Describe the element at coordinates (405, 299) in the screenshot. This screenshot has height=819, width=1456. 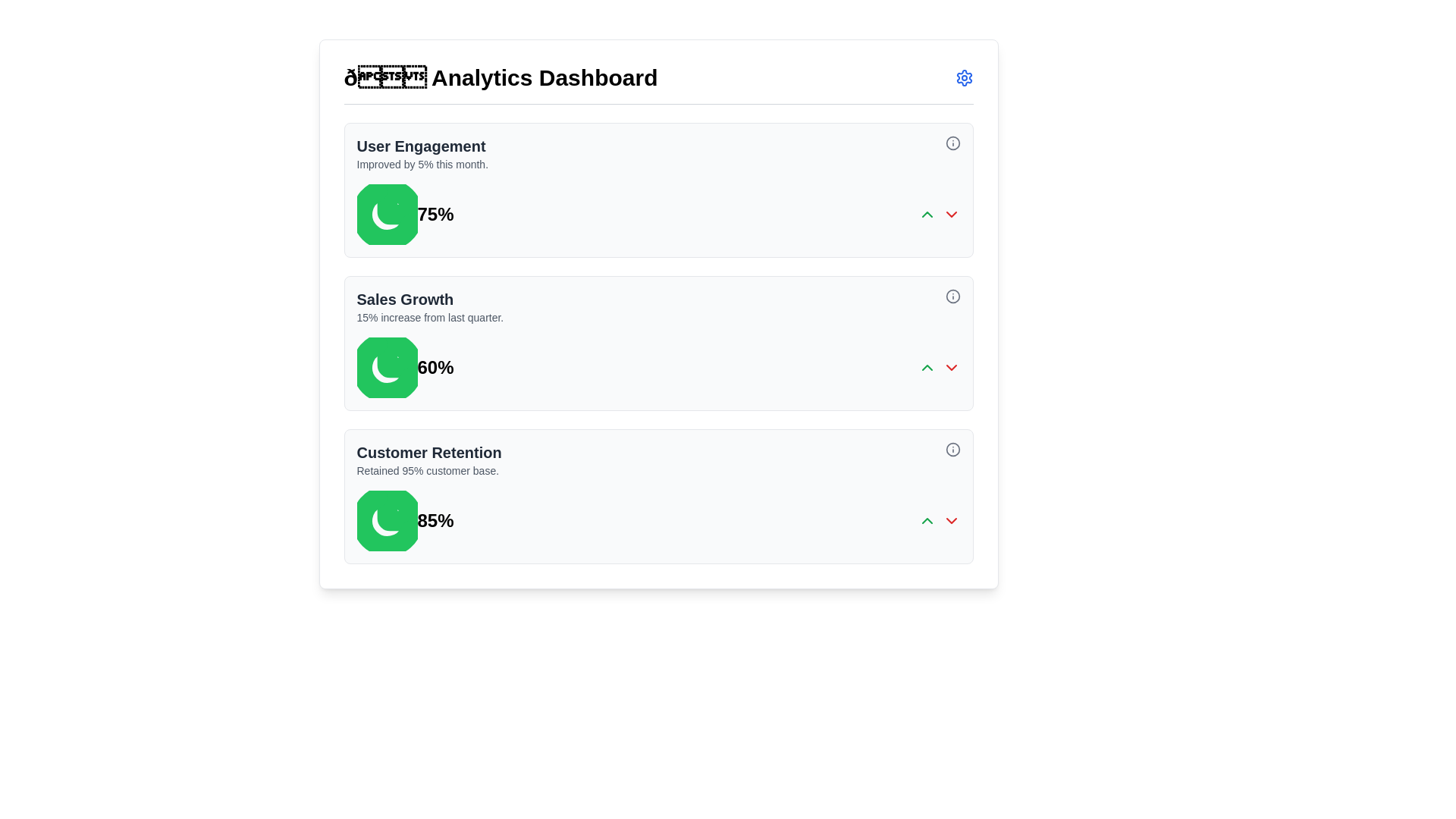
I see `the header text for the second card that summarizes 'Sales Growth', located in the center-left portion above other information` at that location.